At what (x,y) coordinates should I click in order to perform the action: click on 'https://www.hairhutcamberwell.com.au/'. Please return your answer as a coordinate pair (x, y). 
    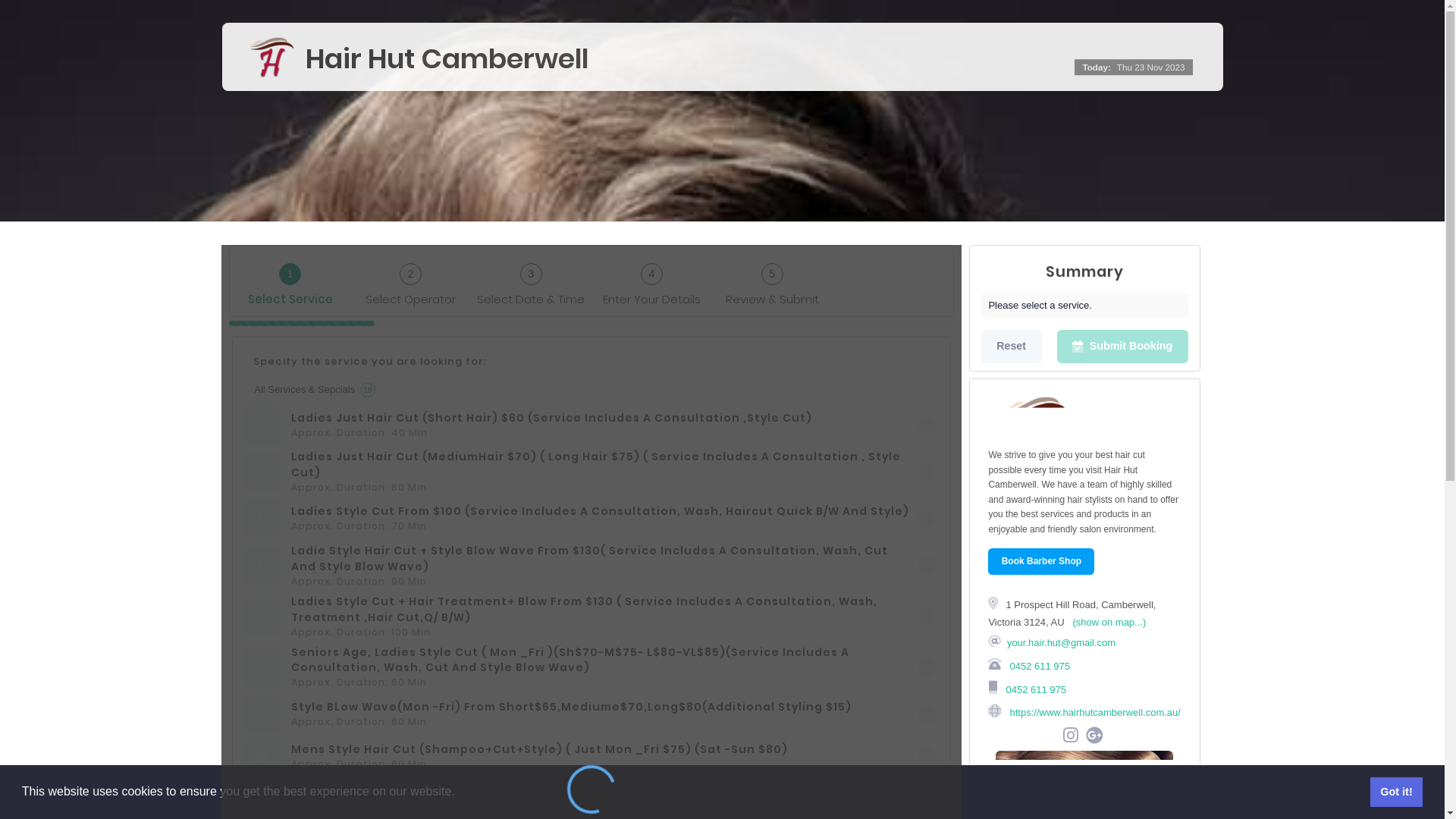
    Looking at the image, I should click on (1007, 712).